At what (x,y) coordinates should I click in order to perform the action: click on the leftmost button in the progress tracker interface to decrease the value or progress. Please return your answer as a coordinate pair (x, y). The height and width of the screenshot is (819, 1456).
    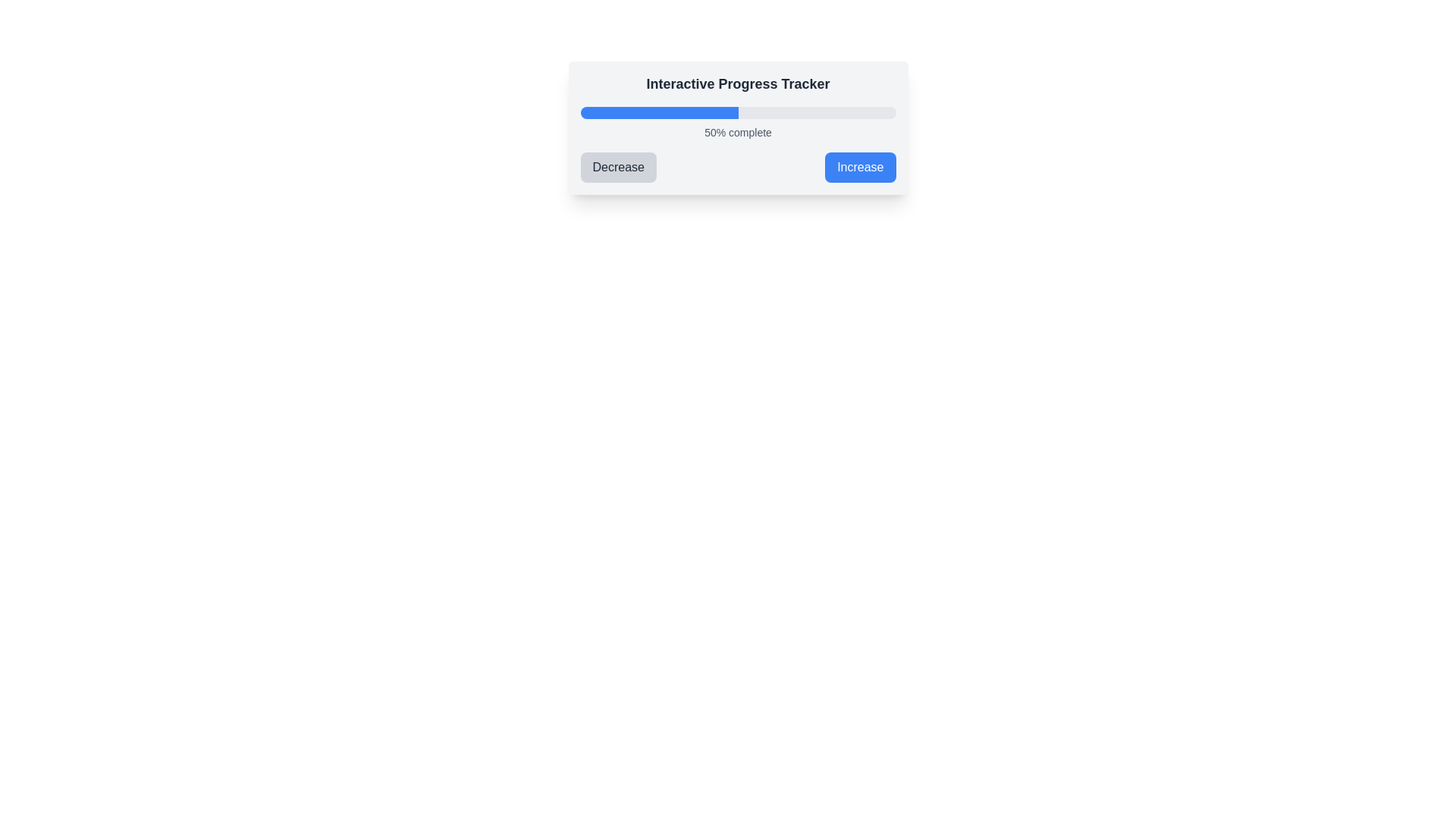
    Looking at the image, I should click on (618, 167).